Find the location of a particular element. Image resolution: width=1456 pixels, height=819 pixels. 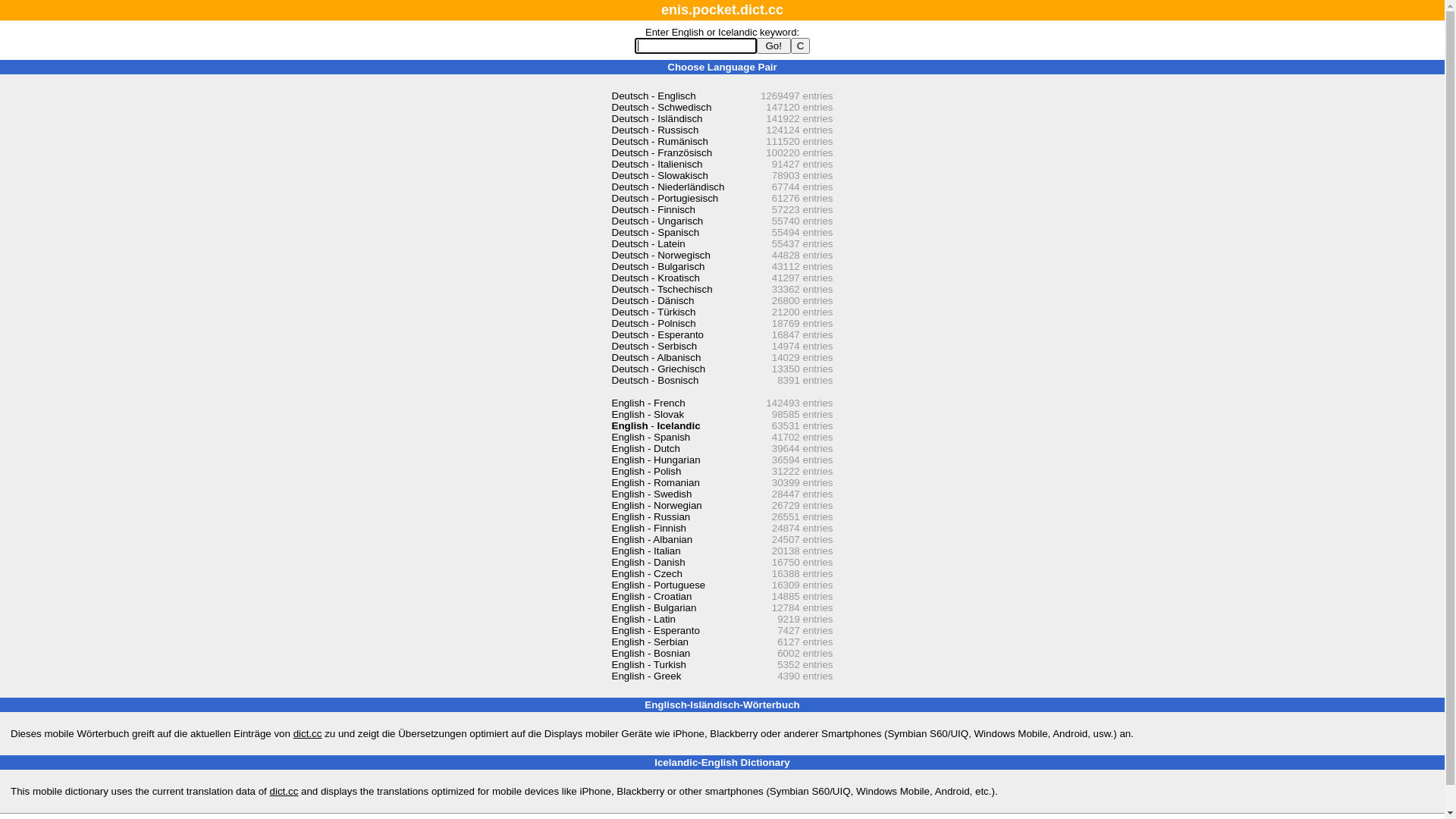

'English - Russian' is located at coordinates (651, 516).